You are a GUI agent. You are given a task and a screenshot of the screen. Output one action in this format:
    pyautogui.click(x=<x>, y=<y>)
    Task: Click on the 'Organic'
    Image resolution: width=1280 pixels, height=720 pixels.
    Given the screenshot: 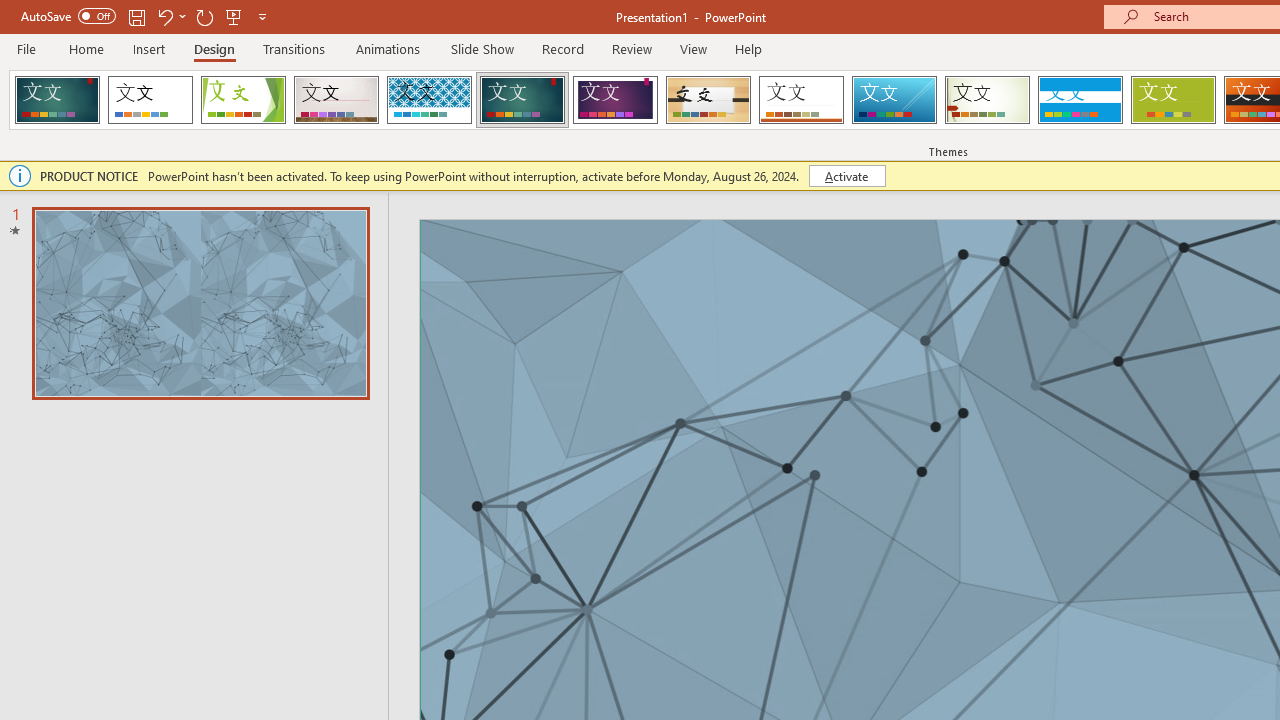 What is the action you would take?
    pyautogui.click(x=708, y=100)
    